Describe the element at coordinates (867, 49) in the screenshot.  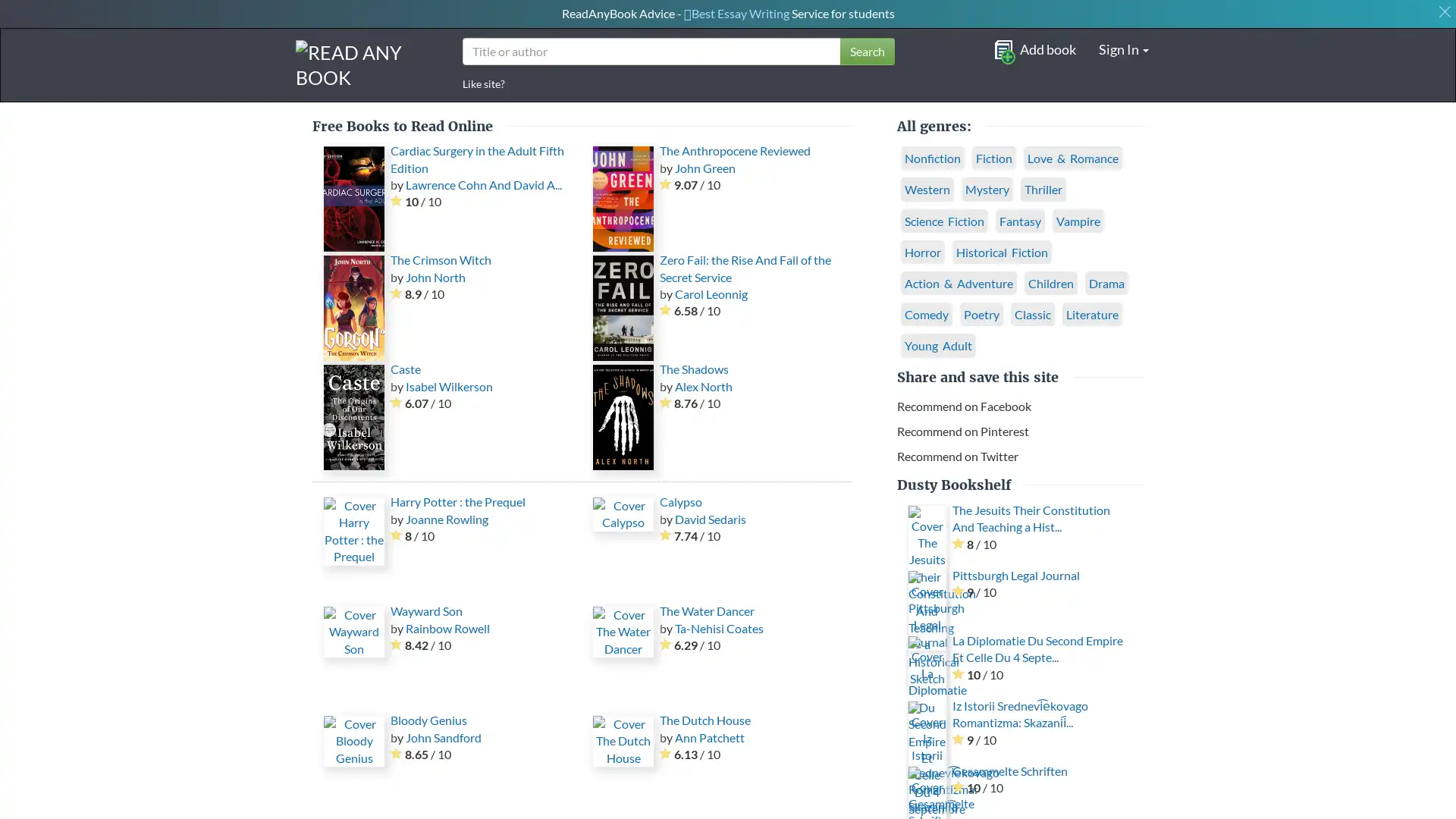
I see `Search` at that location.